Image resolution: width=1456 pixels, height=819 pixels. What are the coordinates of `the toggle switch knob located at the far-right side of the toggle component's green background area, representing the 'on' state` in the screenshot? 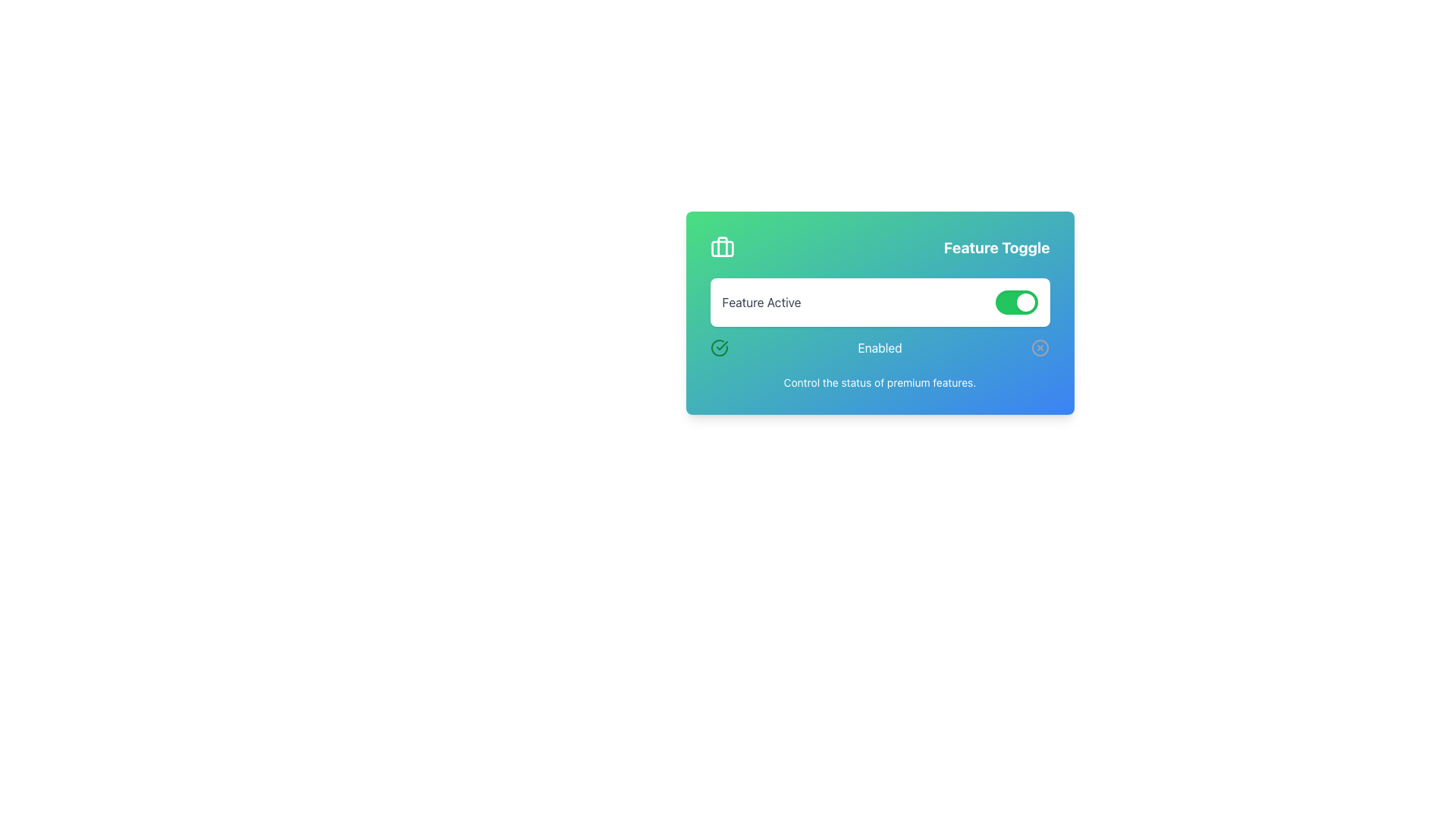 It's located at (1025, 302).